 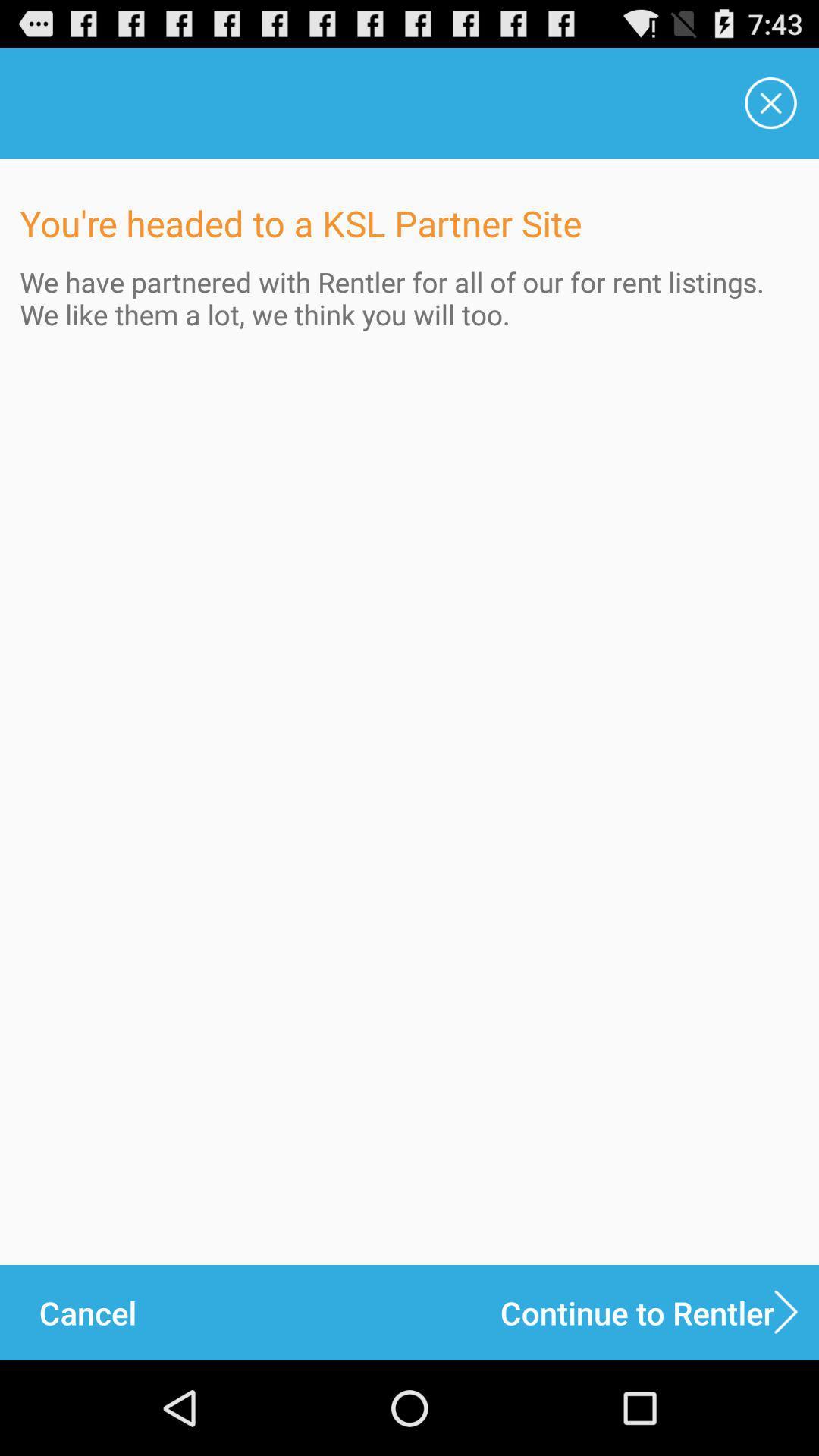 What do you see at coordinates (659, 1312) in the screenshot?
I see `icon to the right of the cancel item` at bounding box center [659, 1312].